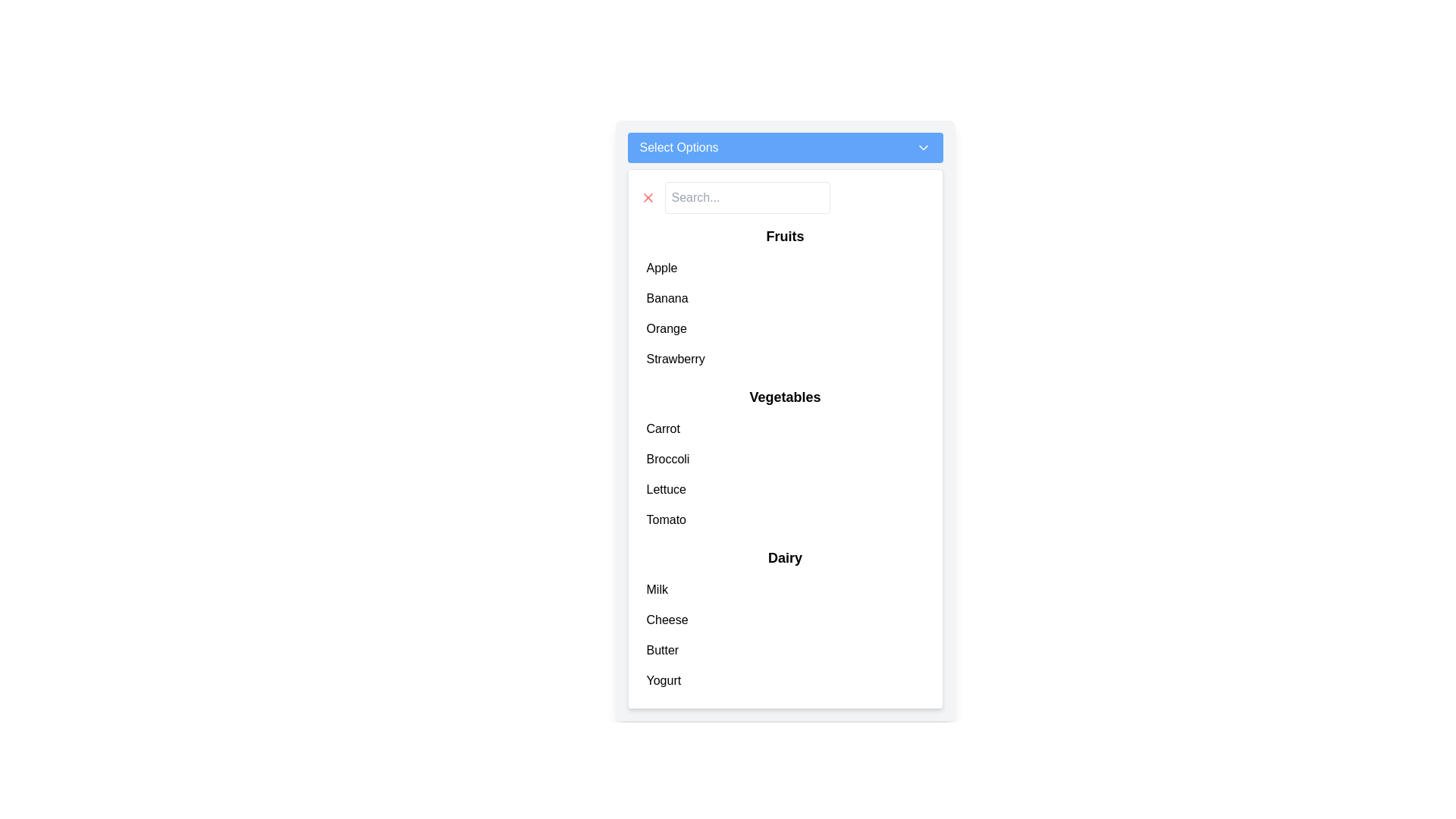 The width and height of the screenshot is (1456, 819). What do you see at coordinates (785, 328) in the screenshot?
I see `the clickable list item labeled 'Orange', which is the third option under the 'Fruits' category` at bounding box center [785, 328].